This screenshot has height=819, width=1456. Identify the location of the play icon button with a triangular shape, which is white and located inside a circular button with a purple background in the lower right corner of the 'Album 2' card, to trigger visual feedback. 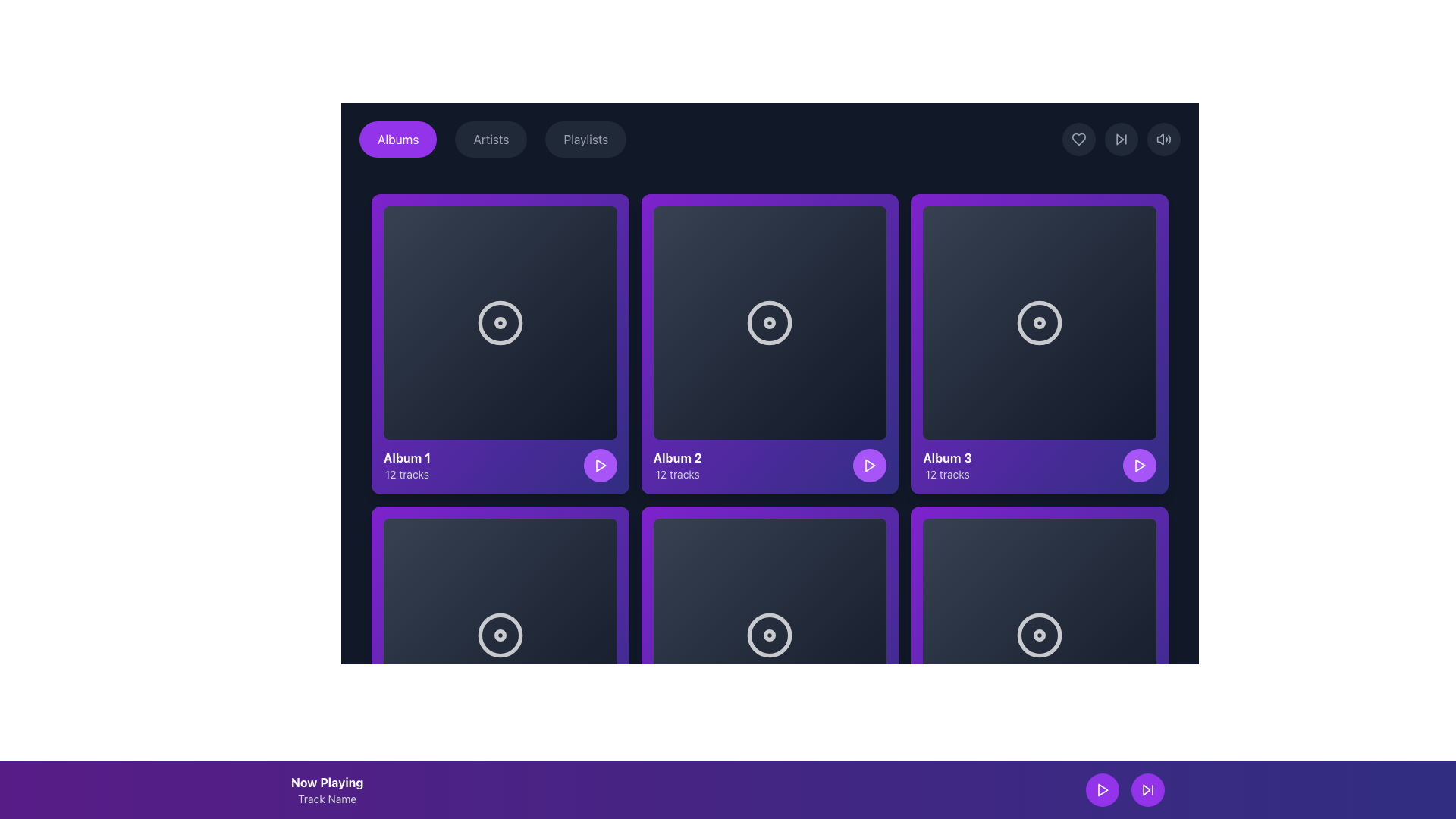
(599, 464).